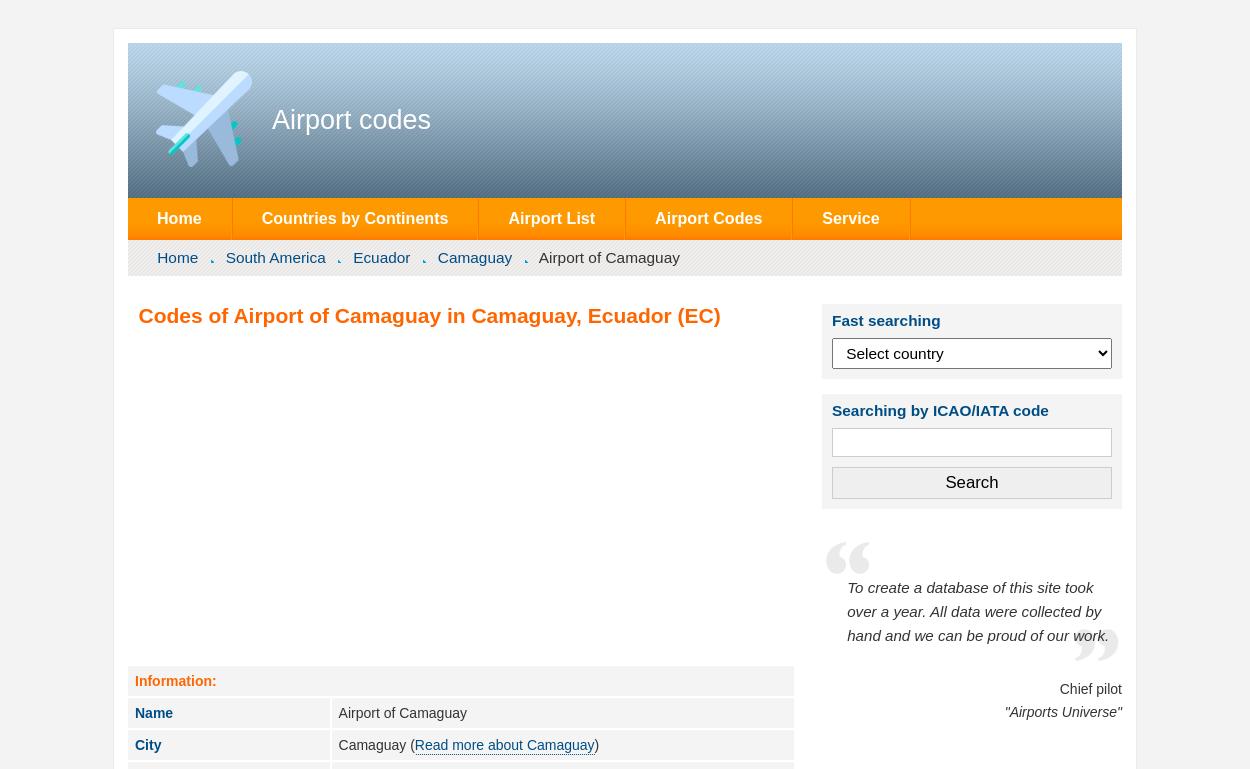 The width and height of the screenshot is (1250, 769). Describe the element at coordinates (551, 218) in the screenshot. I see `'Airport List'` at that location.